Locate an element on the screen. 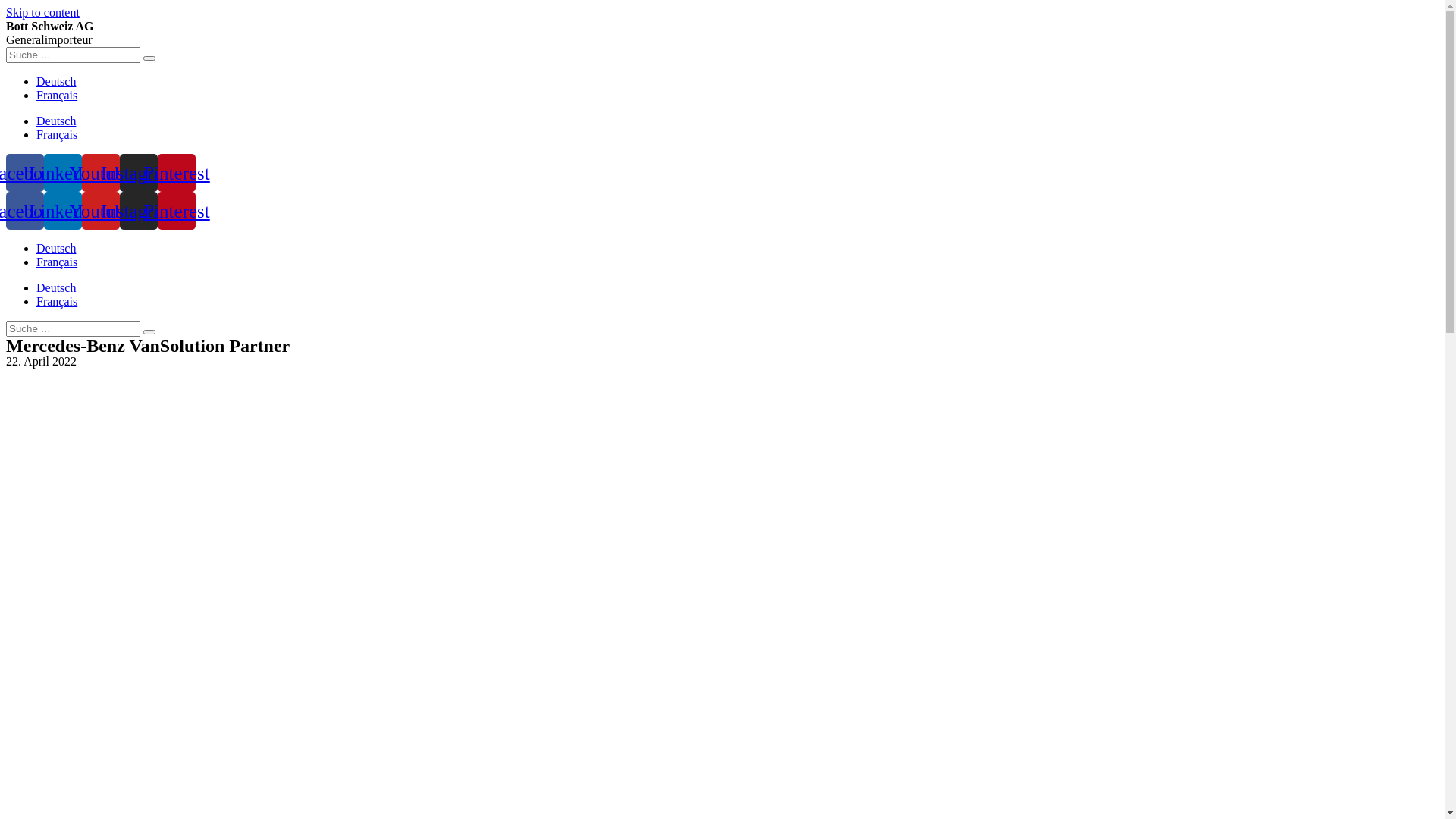 The image size is (1456, 819). 'Deutsch' is located at coordinates (55, 247).